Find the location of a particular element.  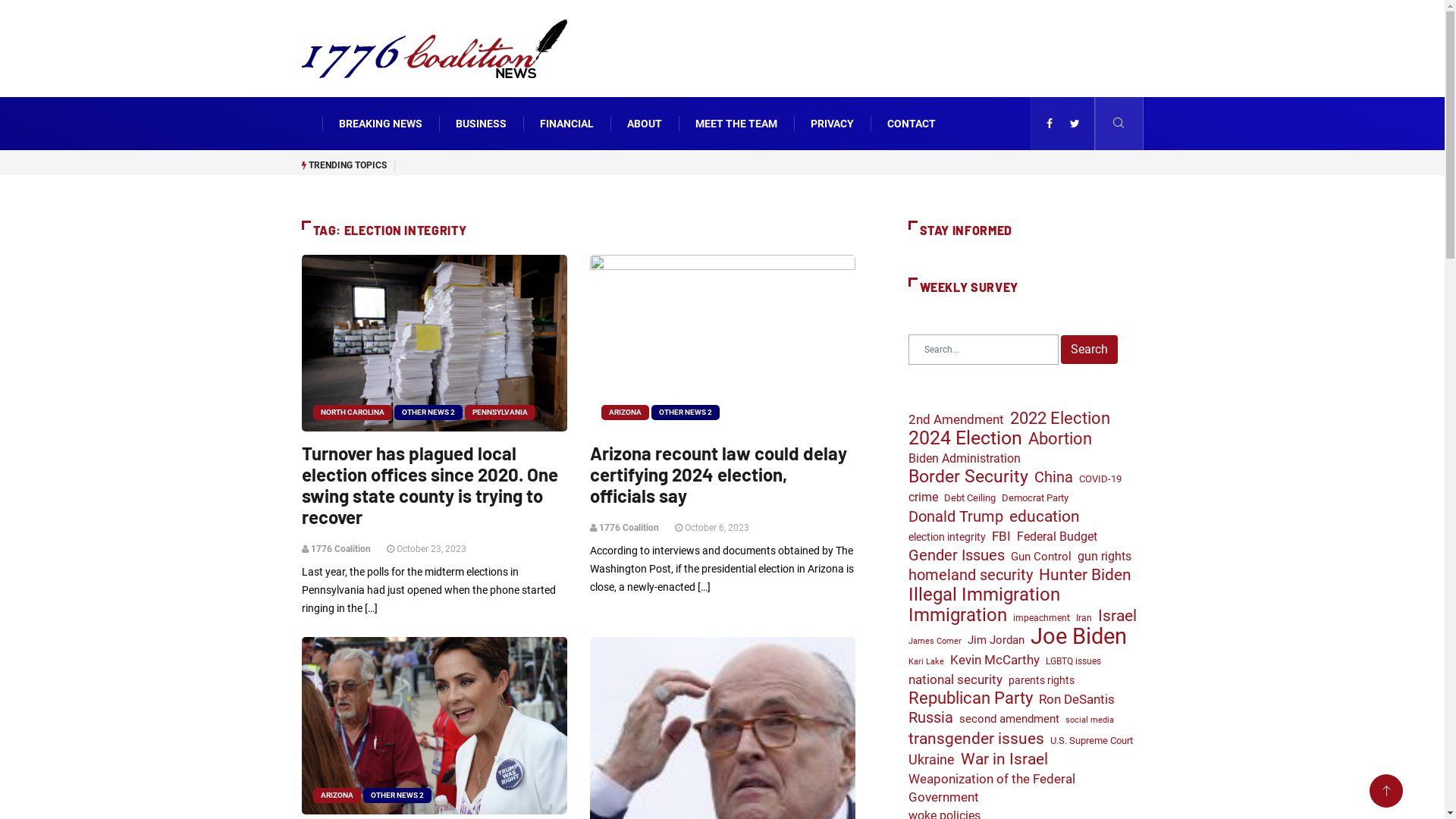

'2022 Election' is located at coordinates (1059, 418).